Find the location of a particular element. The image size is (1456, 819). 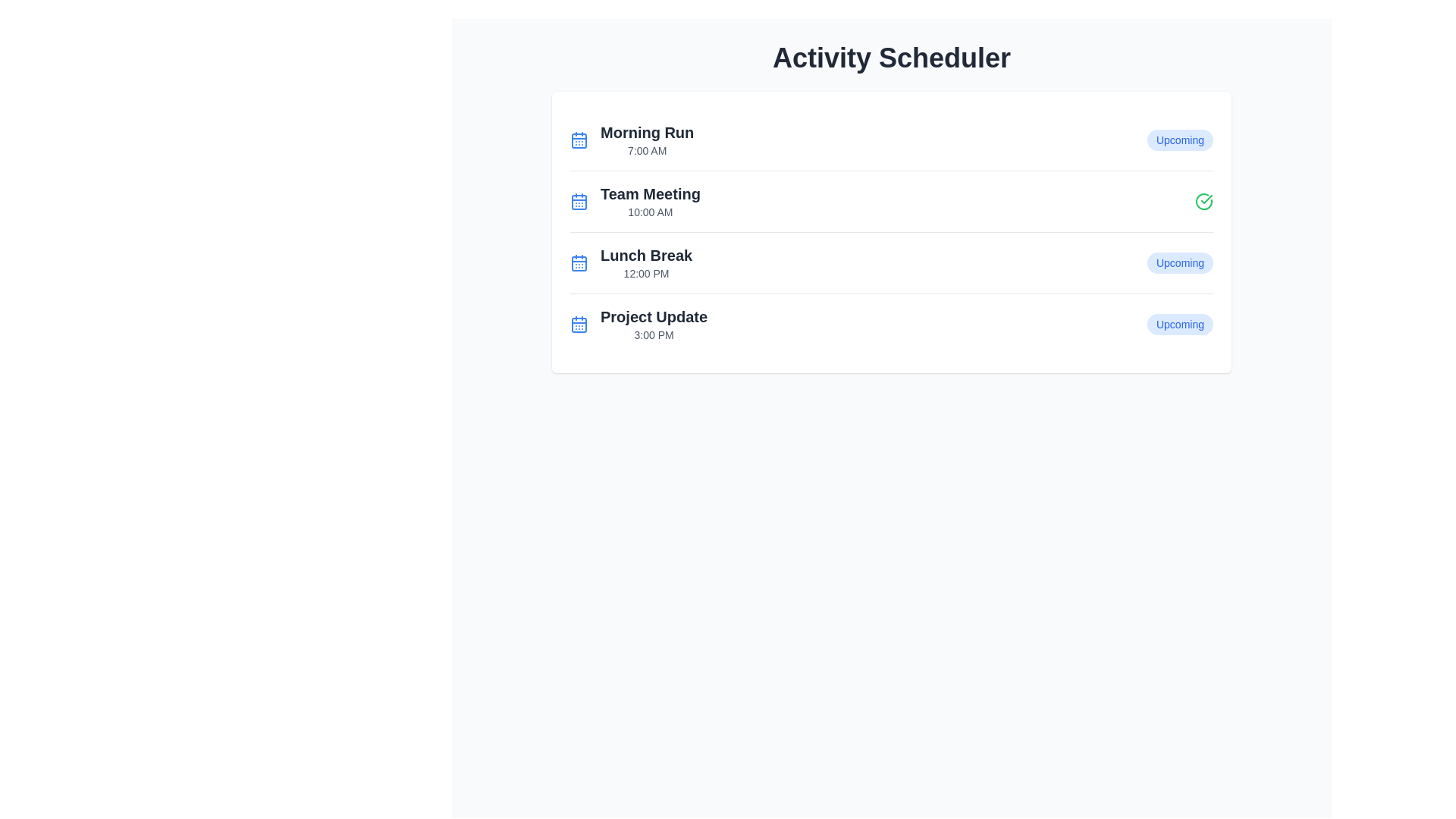

the Calendar Icon located to the left of the 'Team Meeting' text in the activity schedule list is located at coordinates (578, 201).